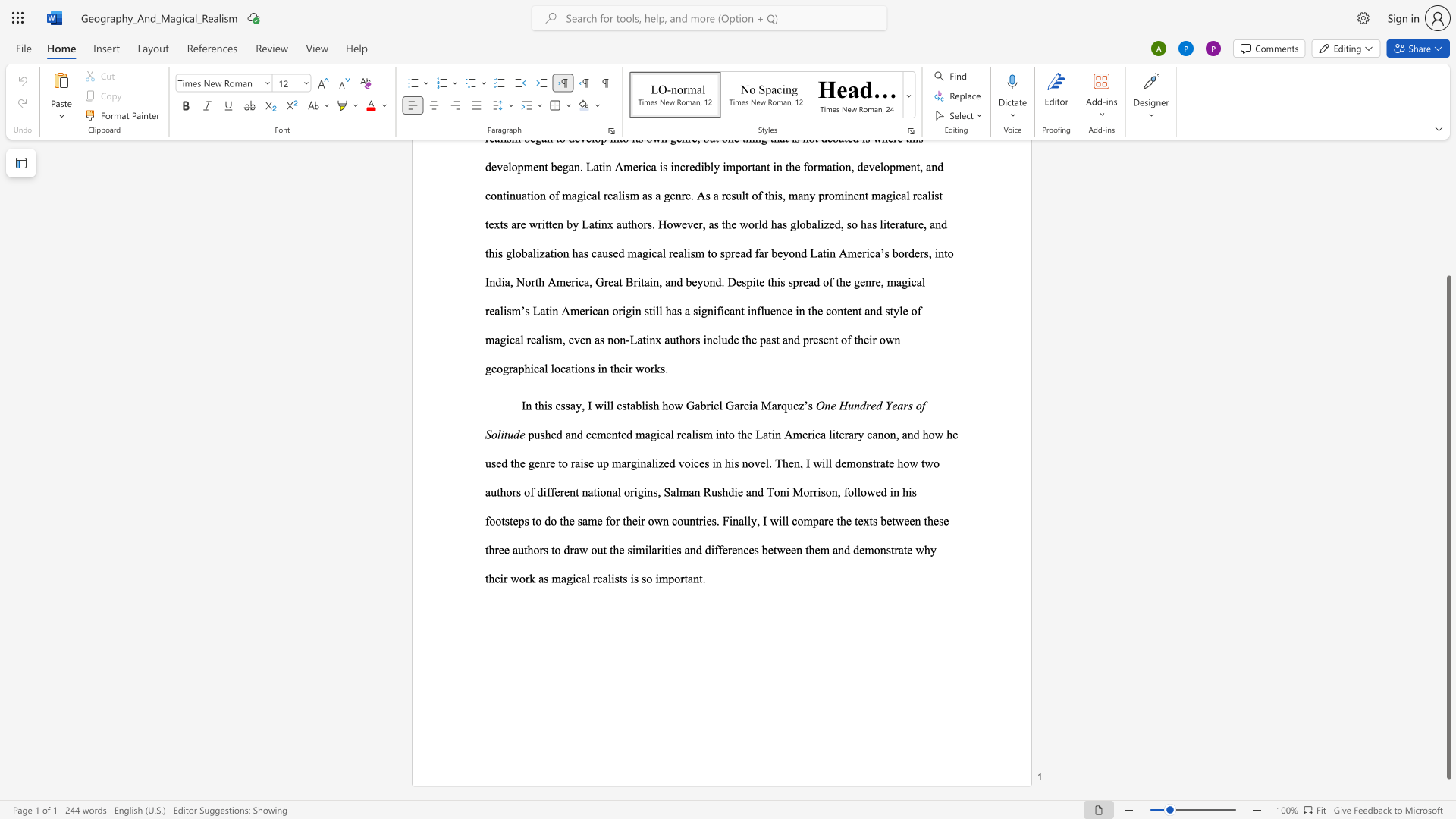 The height and width of the screenshot is (819, 1456). Describe the element at coordinates (1448, 227) in the screenshot. I see `the scrollbar to move the page up` at that location.